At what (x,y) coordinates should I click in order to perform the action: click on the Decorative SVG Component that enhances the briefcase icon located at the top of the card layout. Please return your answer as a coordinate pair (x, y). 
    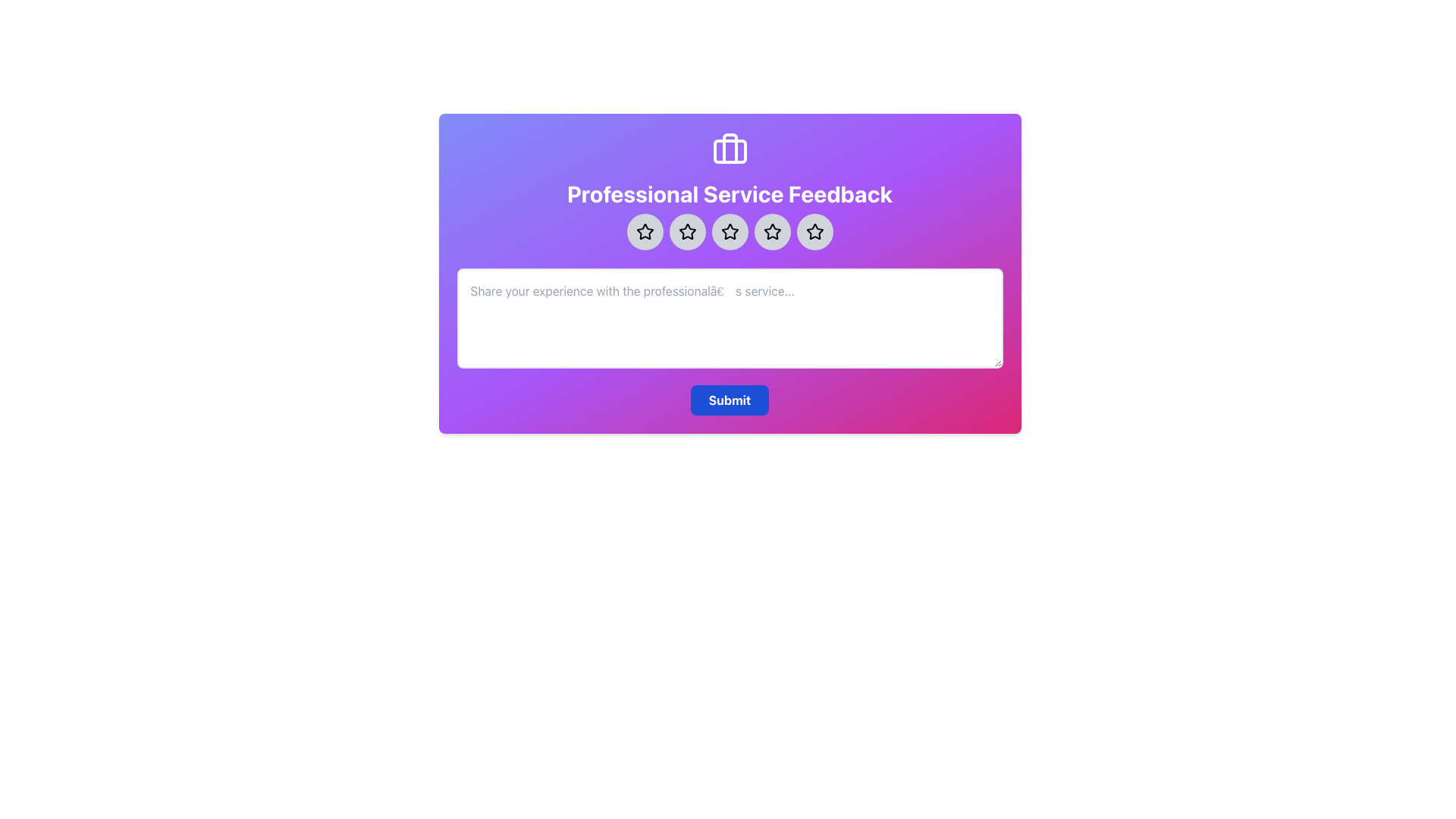
    Looking at the image, I should click on (730, 152).